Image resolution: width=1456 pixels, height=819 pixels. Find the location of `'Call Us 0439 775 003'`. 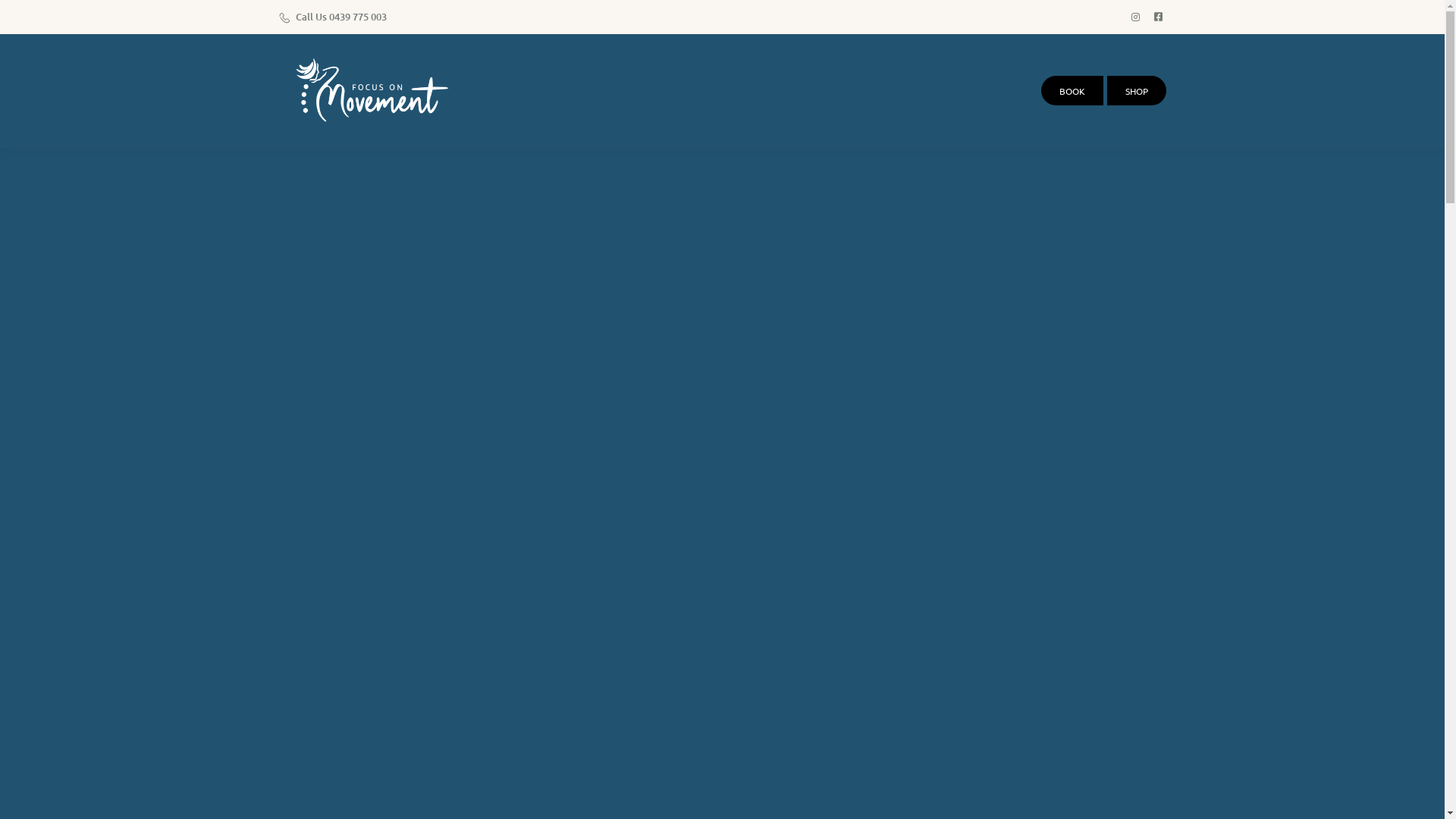

'Call Us 0439 775 003' is located at coordinates (332, 17).